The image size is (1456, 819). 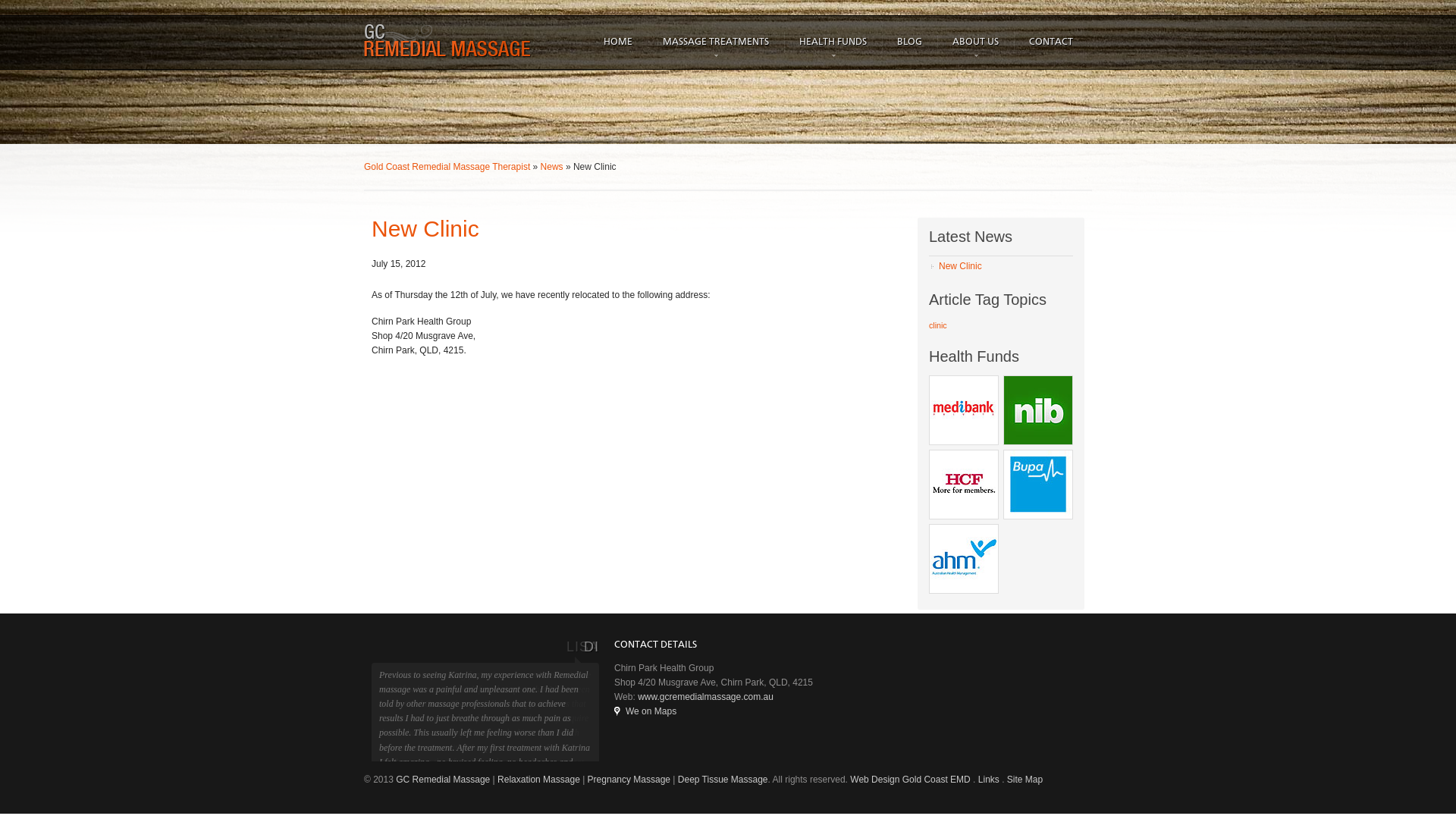 What do you see at coordinates (637, 696) in the screenshot?
I see `'www.gcremedialmassage.com.au'` at bounding box center [637, 696].